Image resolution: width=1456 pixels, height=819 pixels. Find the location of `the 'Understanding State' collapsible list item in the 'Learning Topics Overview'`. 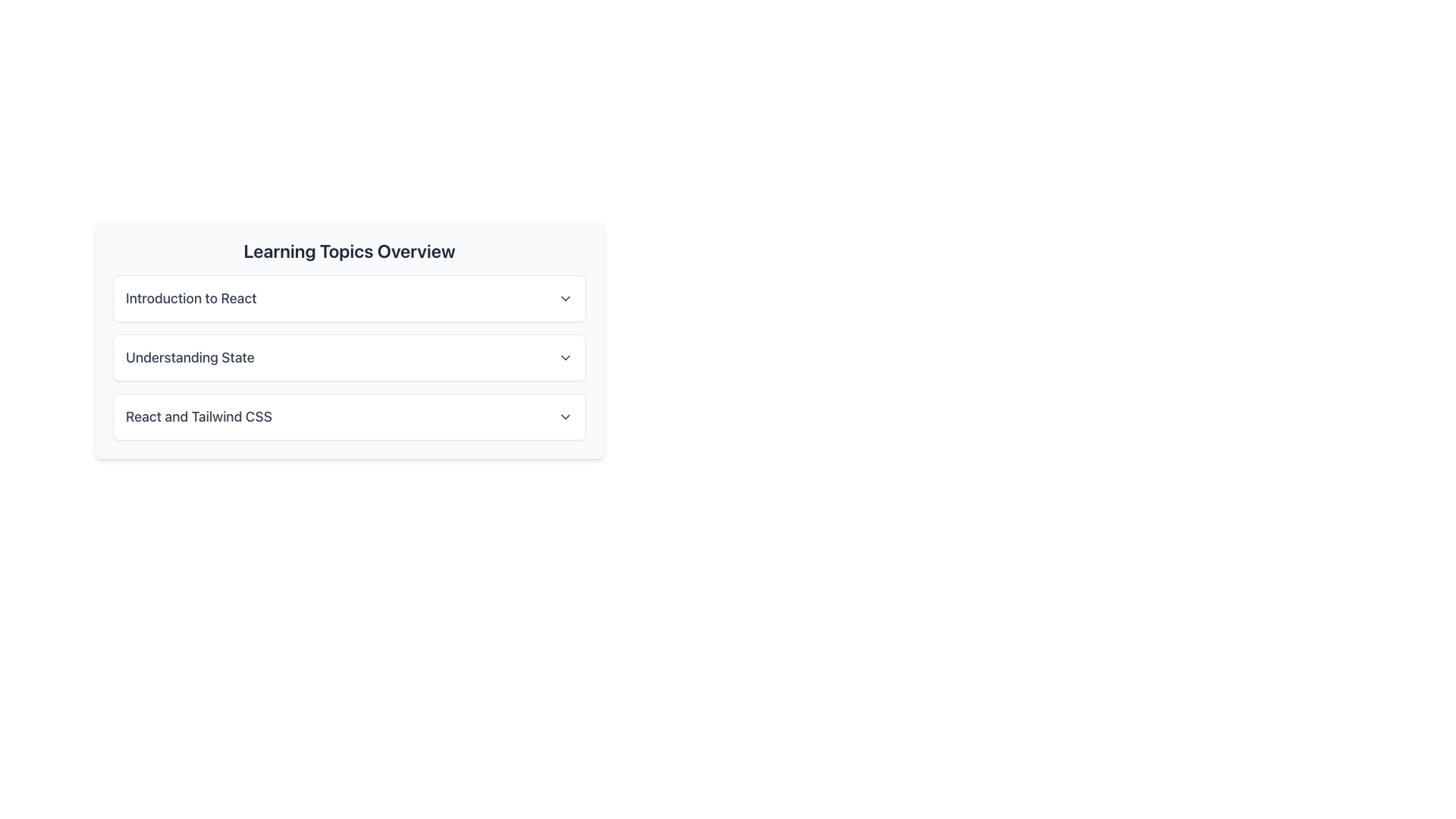

the 'Understanding State' collapsible list item in the 'Learning Topics Overview' is located at coordinates (348, 357).